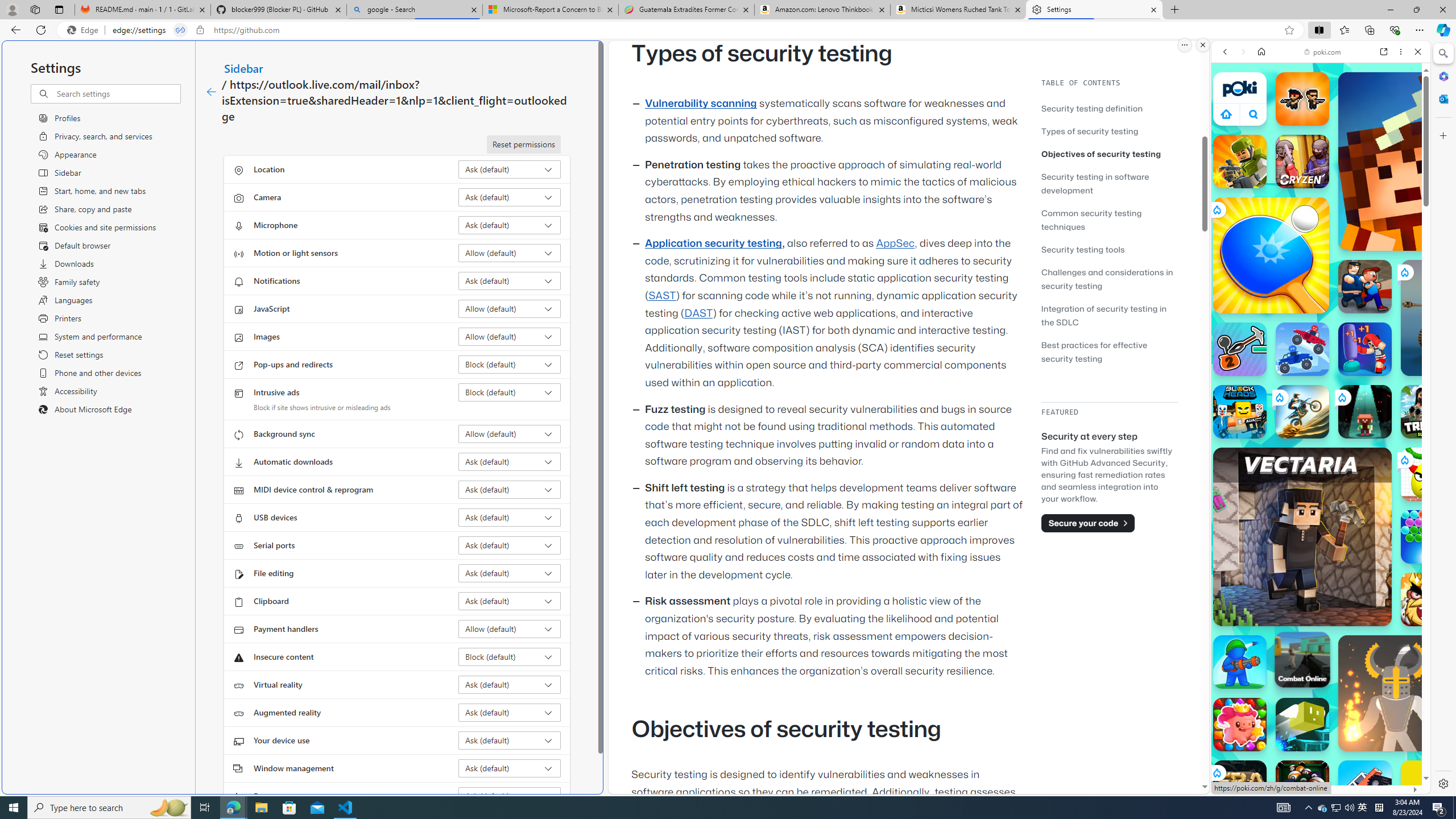  Describe the element at coordinates (1428, 411) in the screenshot. I see `'Tribals.io'` at that location.